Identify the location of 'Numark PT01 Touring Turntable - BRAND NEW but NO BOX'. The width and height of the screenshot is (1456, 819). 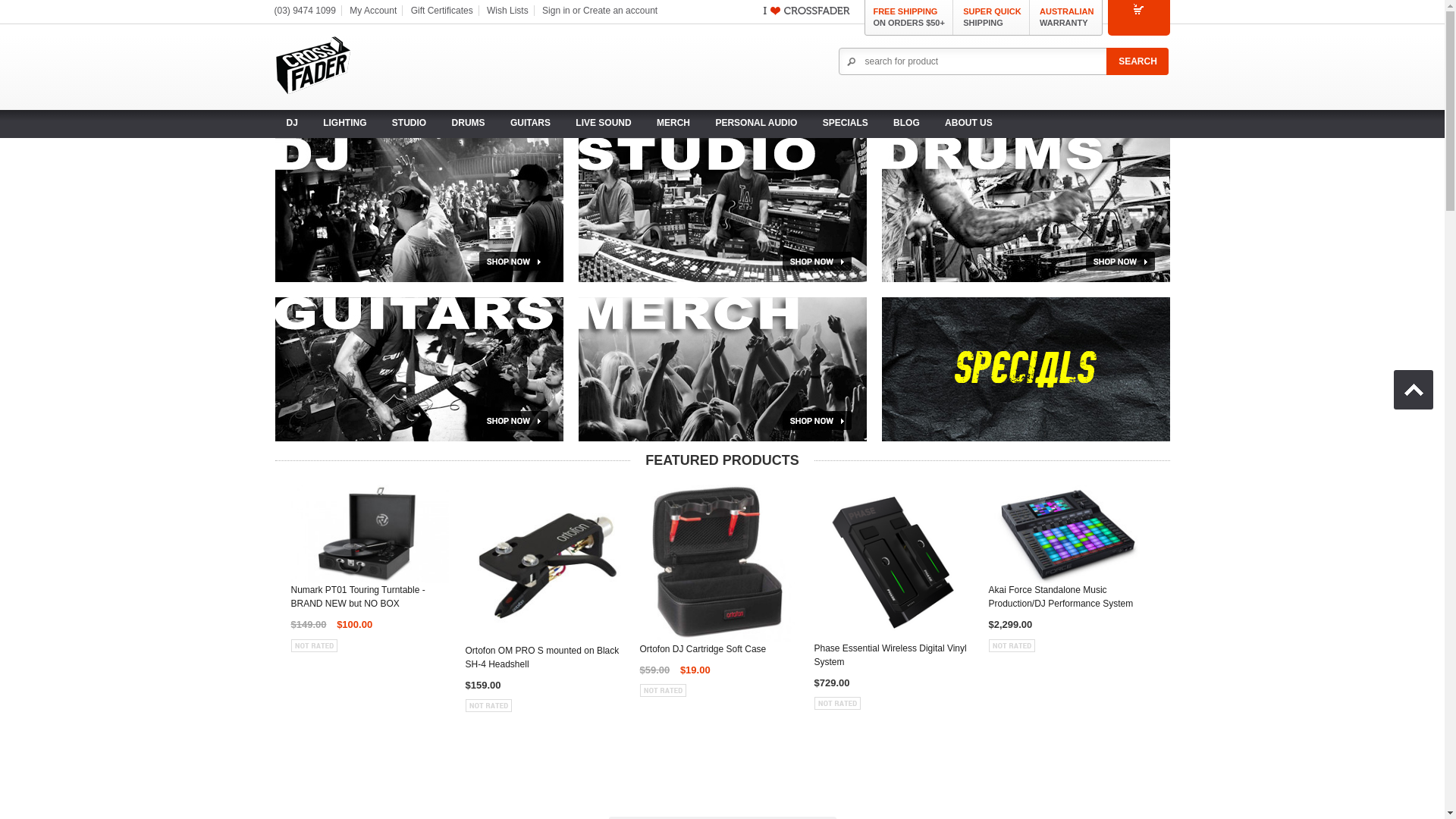
(370, 599).